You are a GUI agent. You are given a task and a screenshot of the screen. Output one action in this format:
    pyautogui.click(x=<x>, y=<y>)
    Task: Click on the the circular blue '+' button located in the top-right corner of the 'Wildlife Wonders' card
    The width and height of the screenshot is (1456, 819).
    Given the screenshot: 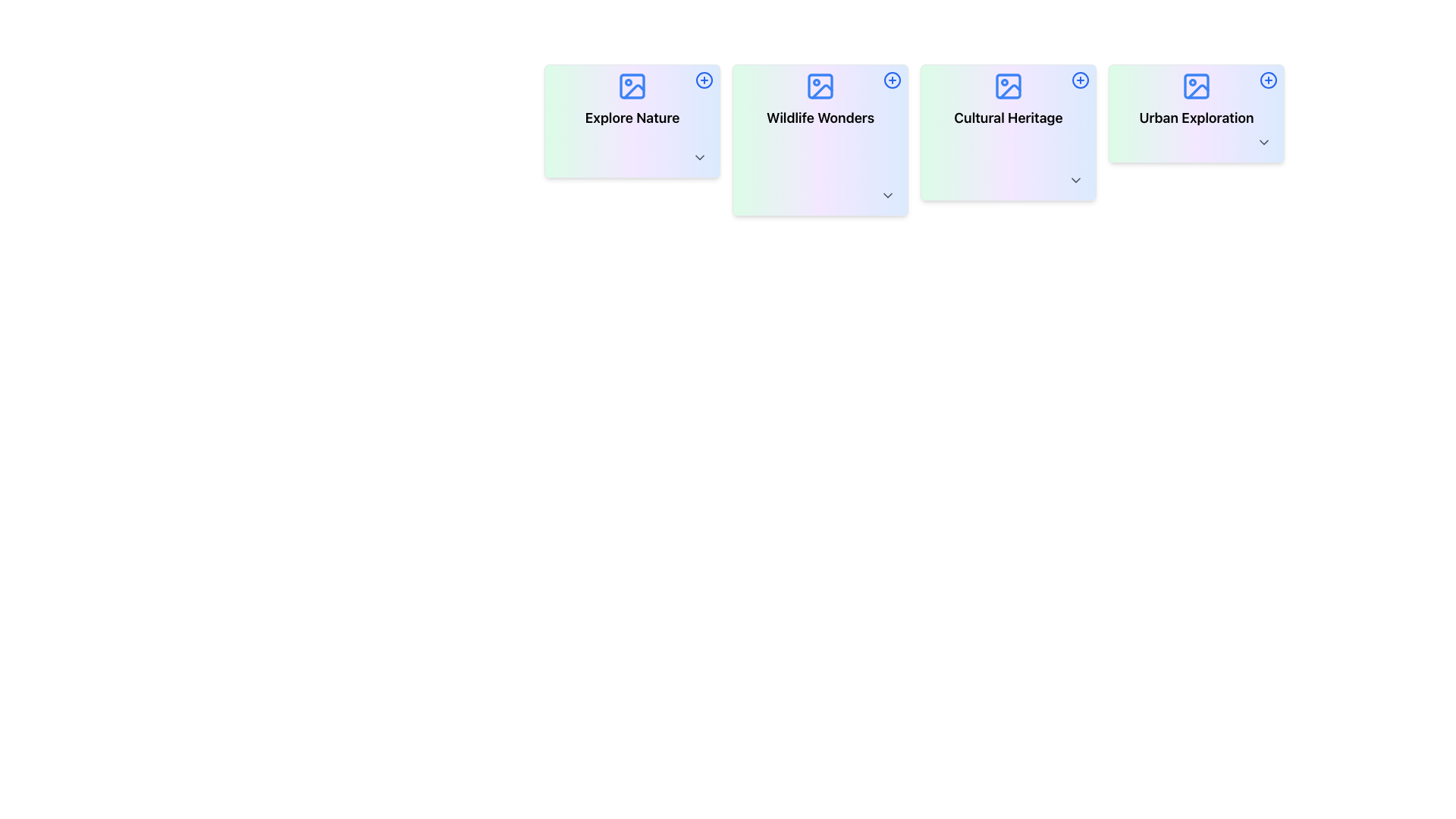 What is the action you would take?
    pyautogui.click(x=892, y=80)
    